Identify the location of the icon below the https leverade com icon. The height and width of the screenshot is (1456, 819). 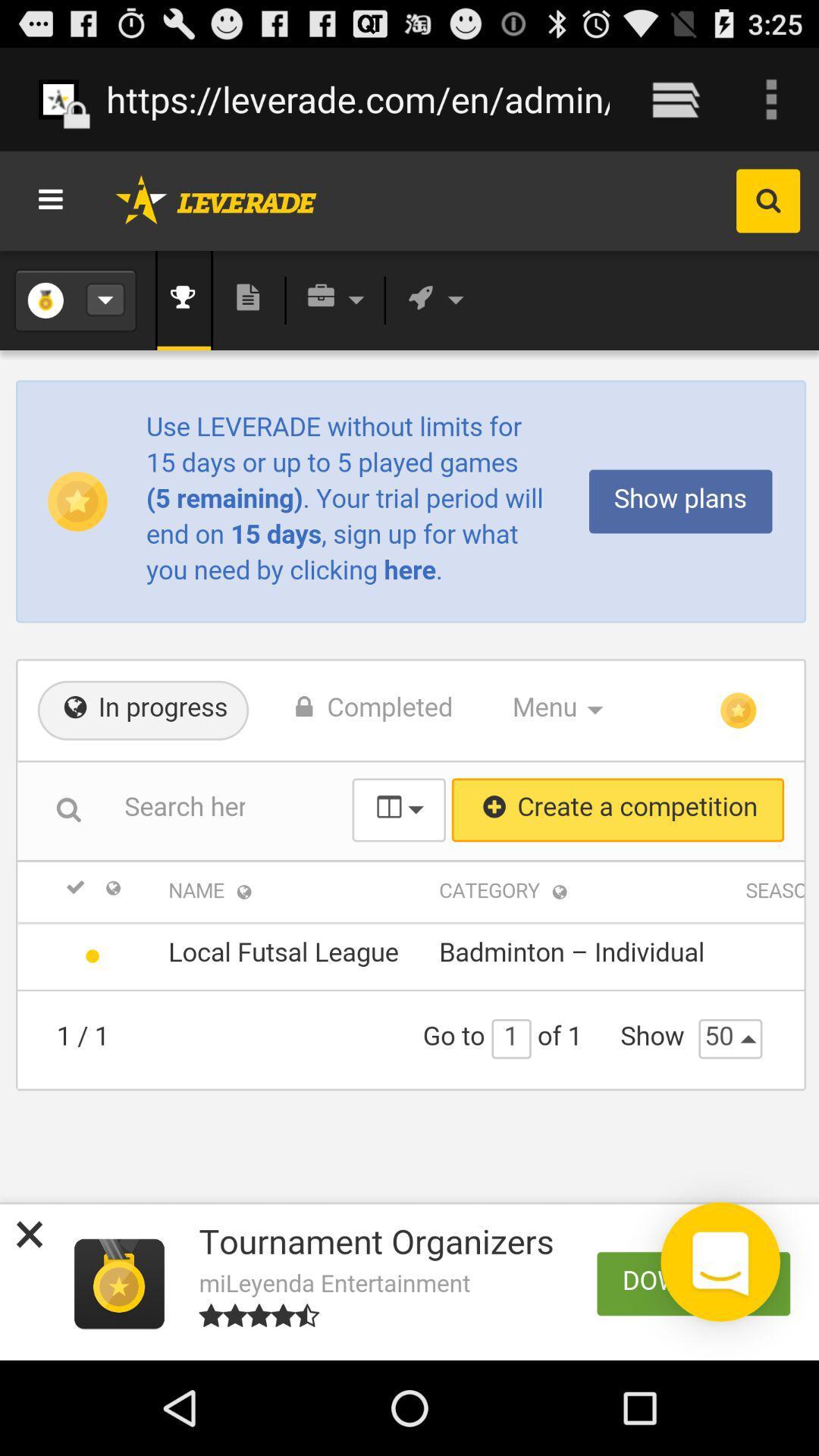
(409, 755).